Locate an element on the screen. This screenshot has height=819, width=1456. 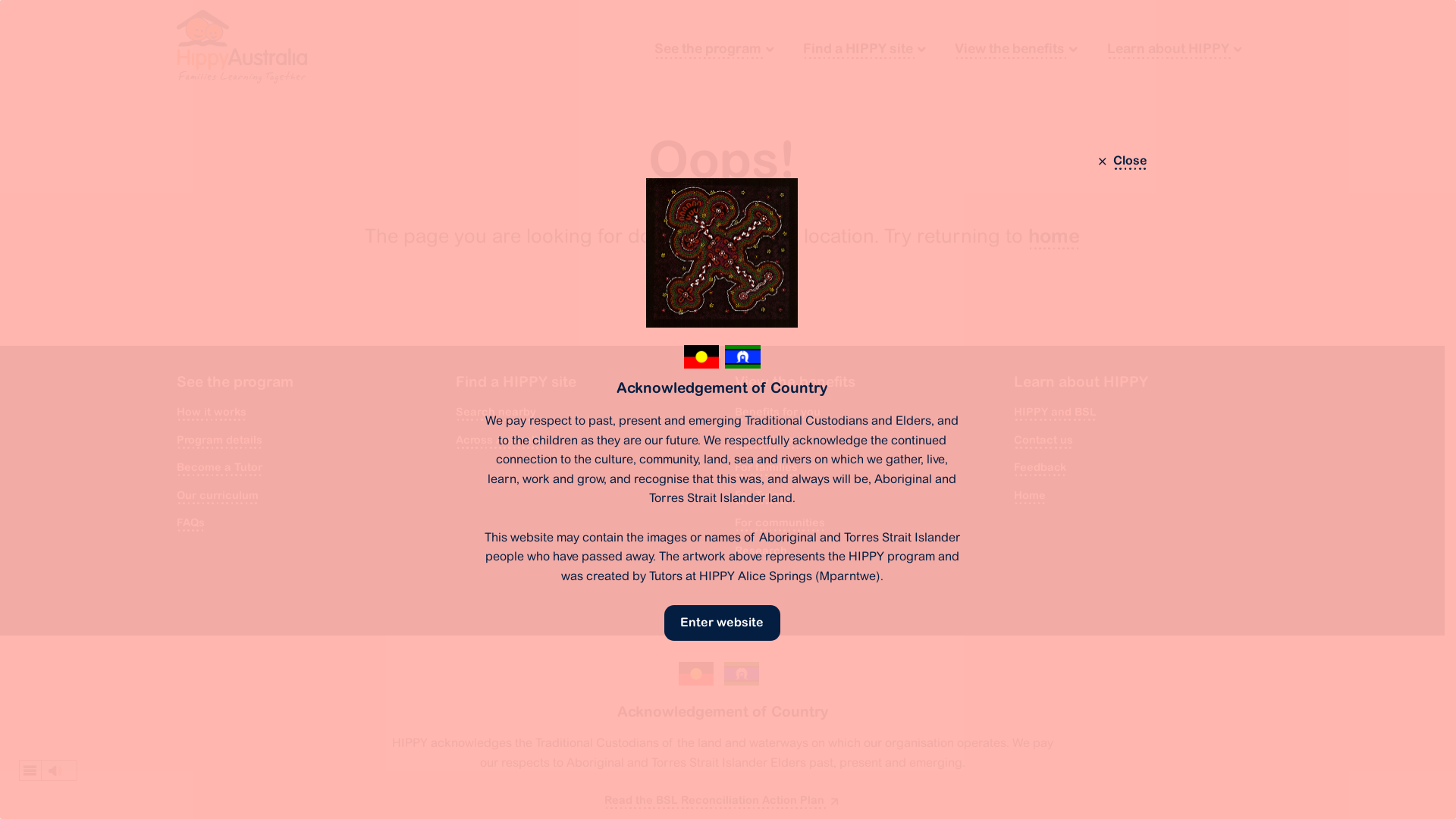
'HIPPY and BSL' is located at coordinates (1053, 412).